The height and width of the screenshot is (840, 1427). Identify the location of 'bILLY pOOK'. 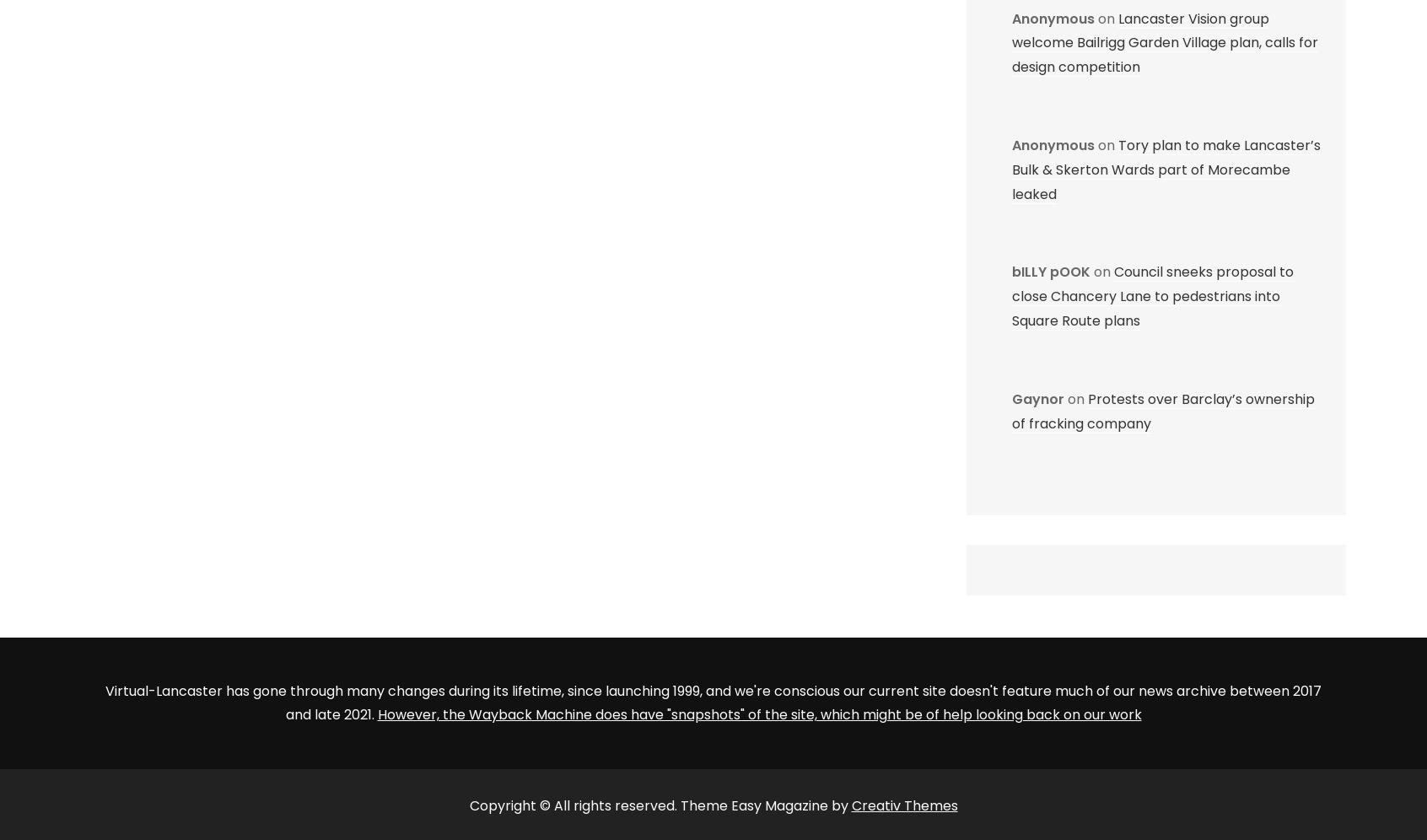
(1051, 271).